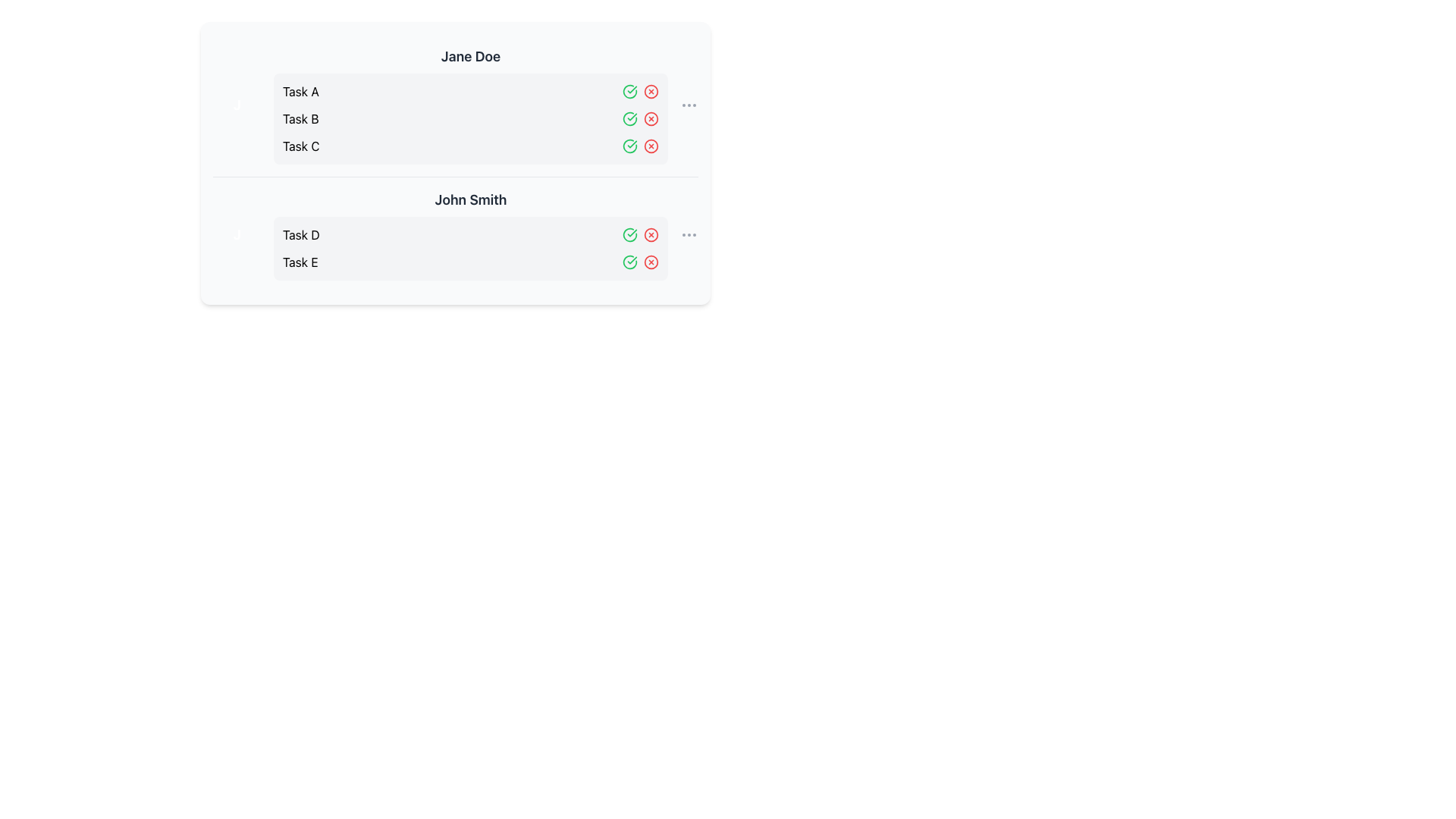 The width and height of the screenshot is (1456, 819). What do you see at coordinates (454, 234) in the screenshot?
I see `the icons associated with the tasks in the informational card for user 'John Smith', located in the second group below 'Jane Doe'` at bounding box center [454, 234].